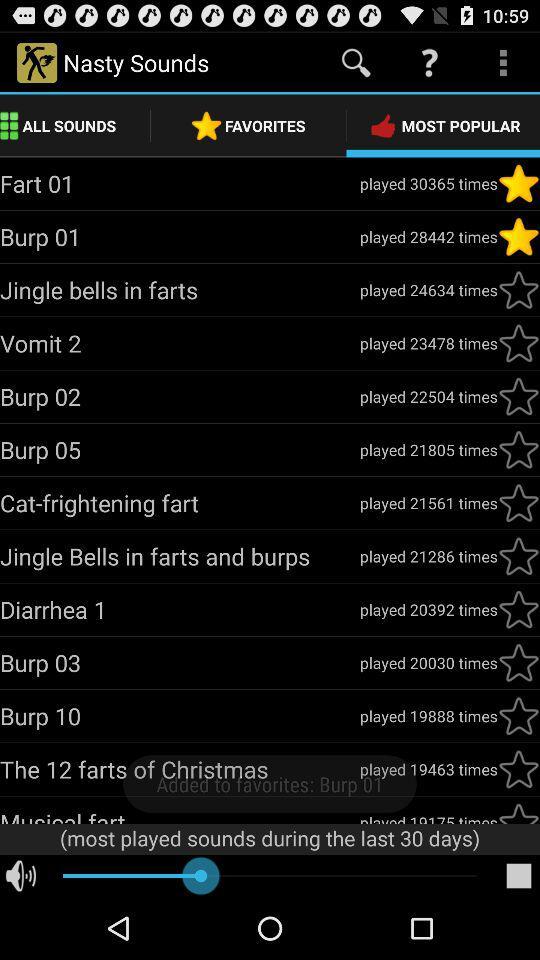  I want to click on favorite, so click(518, 812).